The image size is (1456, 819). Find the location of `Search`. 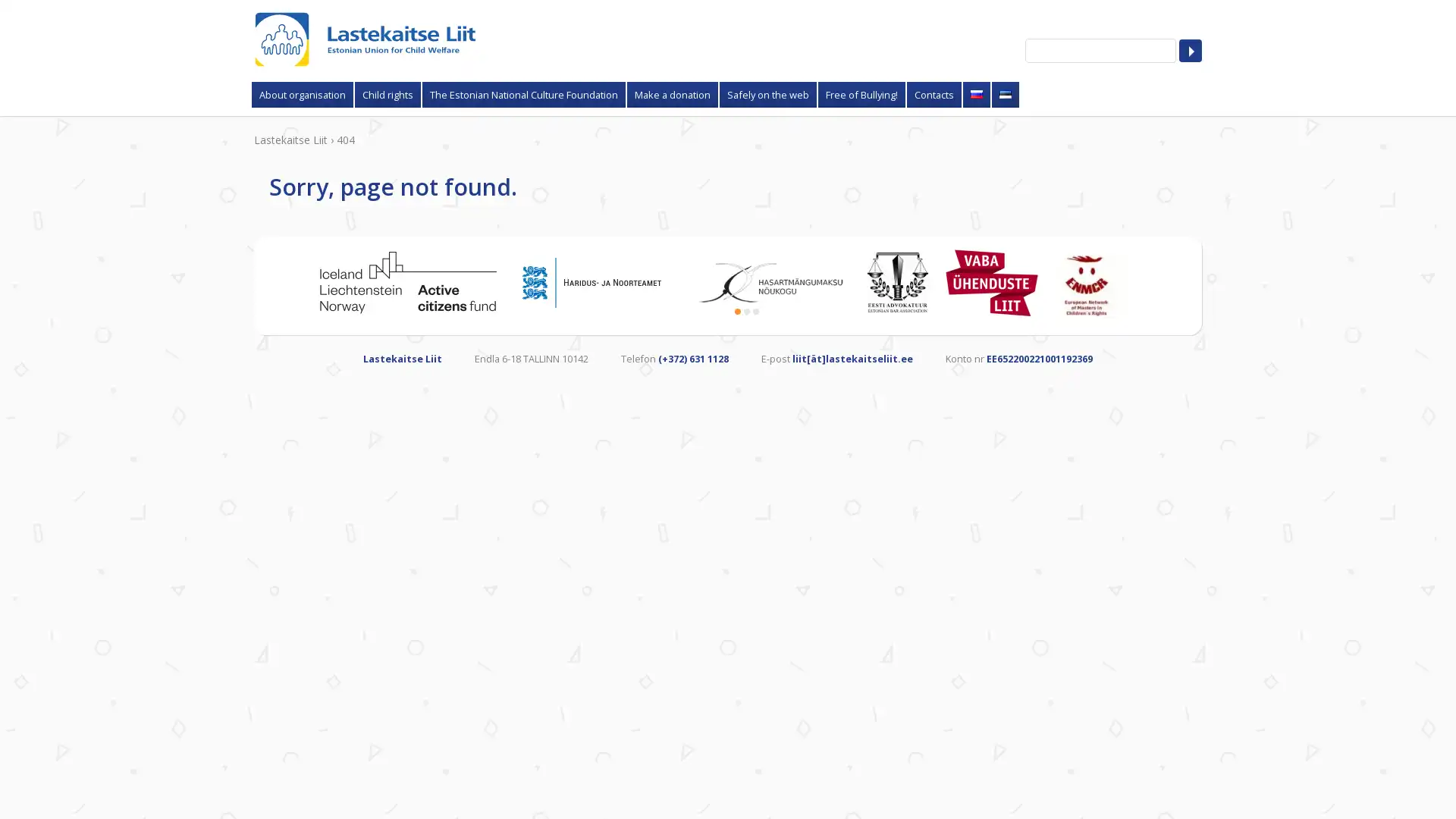

Search is located at coordinates (1189, 49).